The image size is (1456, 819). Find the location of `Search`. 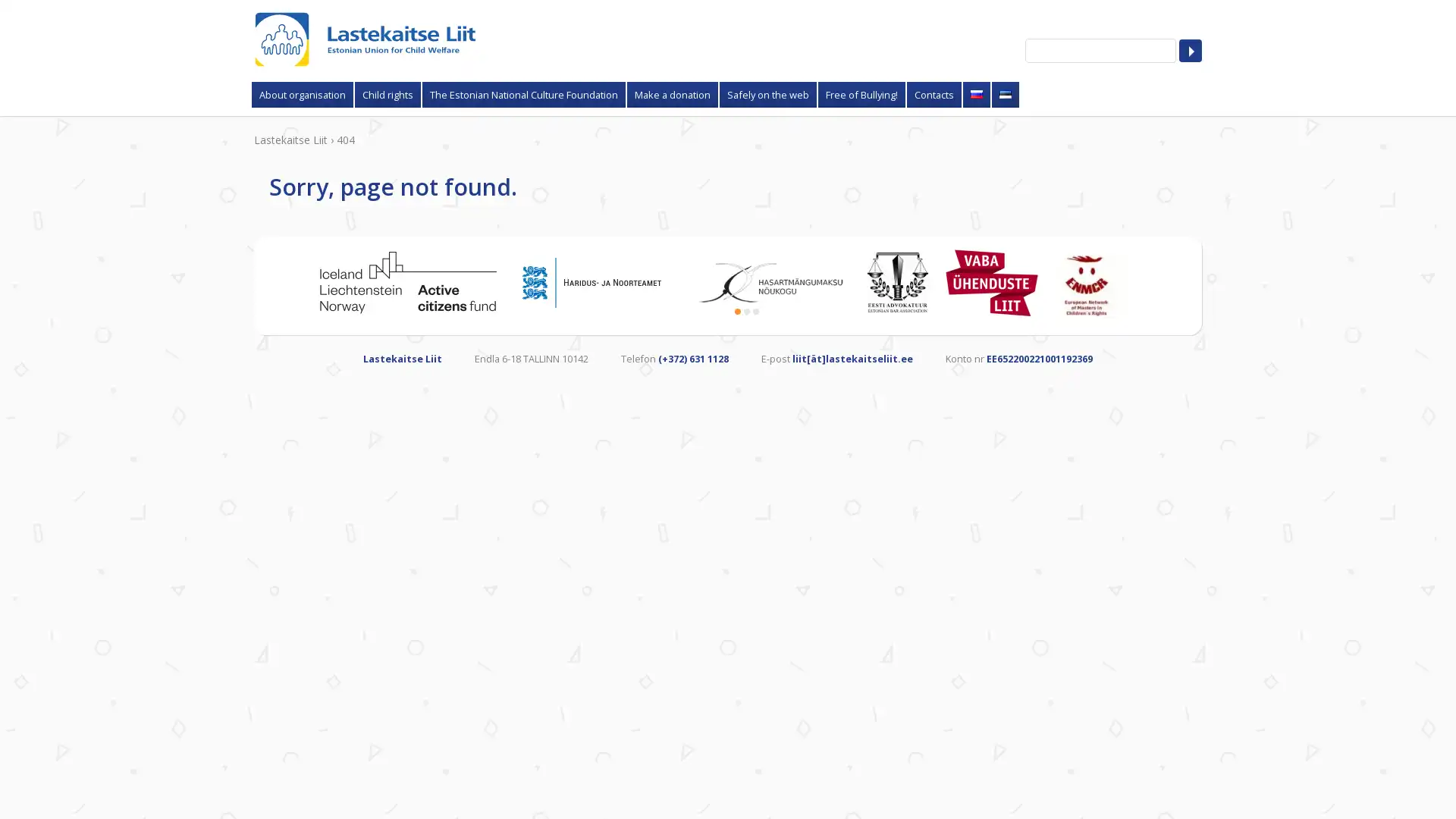

Search is located at coordinates (1189, 49).